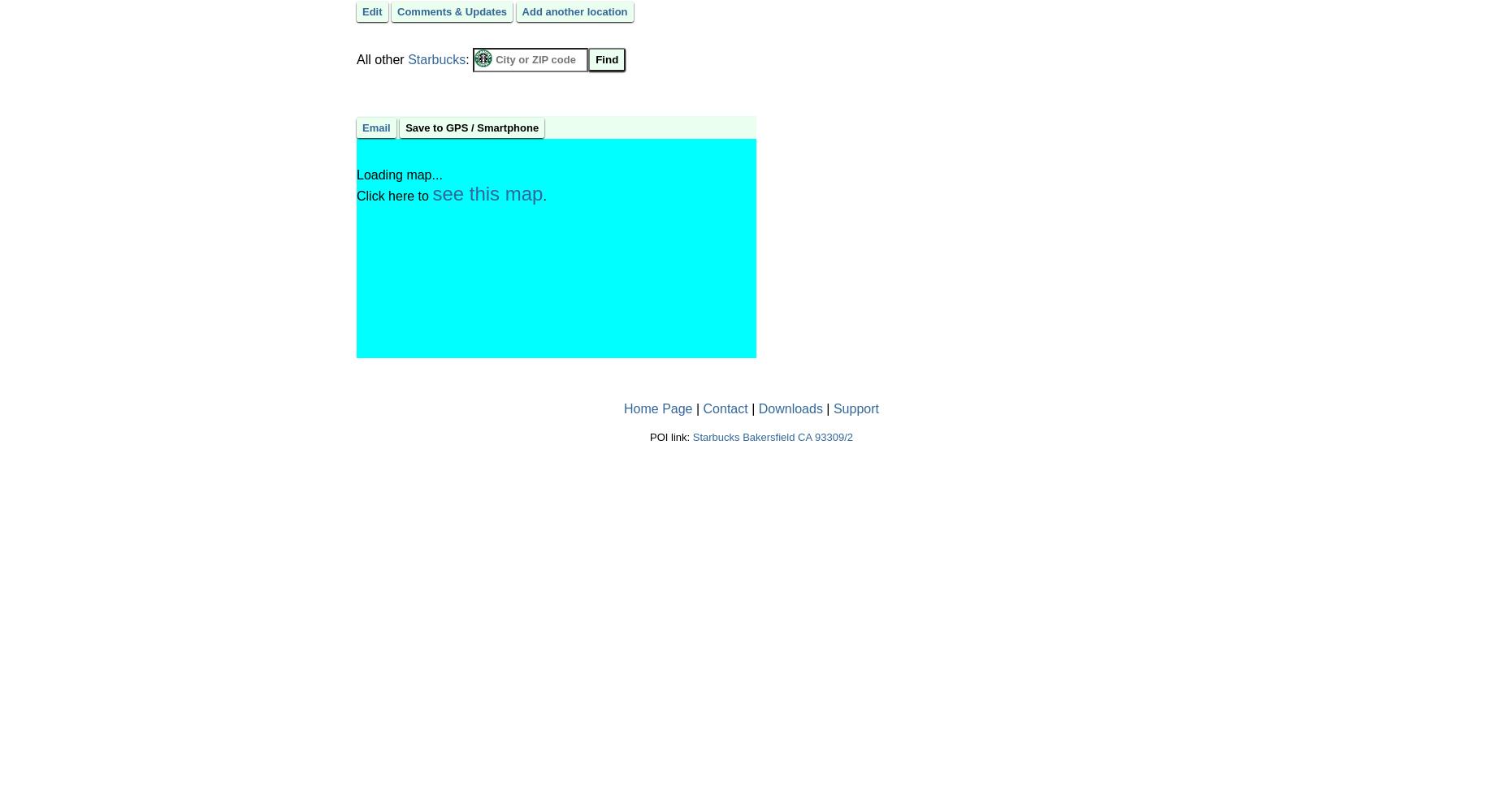 This screenshot has width=1503, height=812. What do you see at coordinates (657, 408) in the screenshot?
I see `'Home Page'` at bounding box center [657, 408].